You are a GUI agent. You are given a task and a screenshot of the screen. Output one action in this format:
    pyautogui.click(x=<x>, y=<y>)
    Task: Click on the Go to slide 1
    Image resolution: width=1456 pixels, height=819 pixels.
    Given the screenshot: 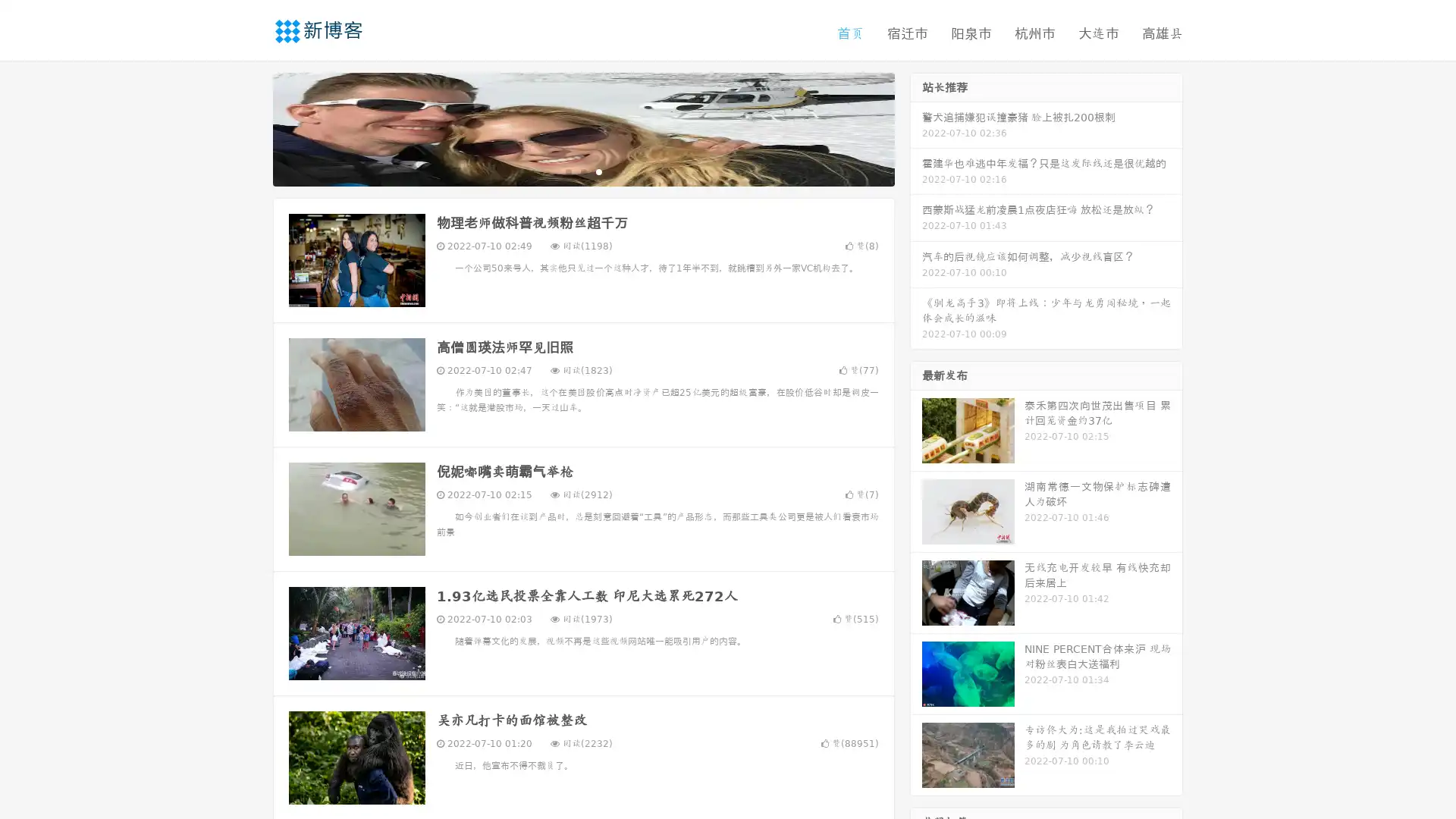 What is the action you would take?
    pyautogui.click(x=567, y=171)
    